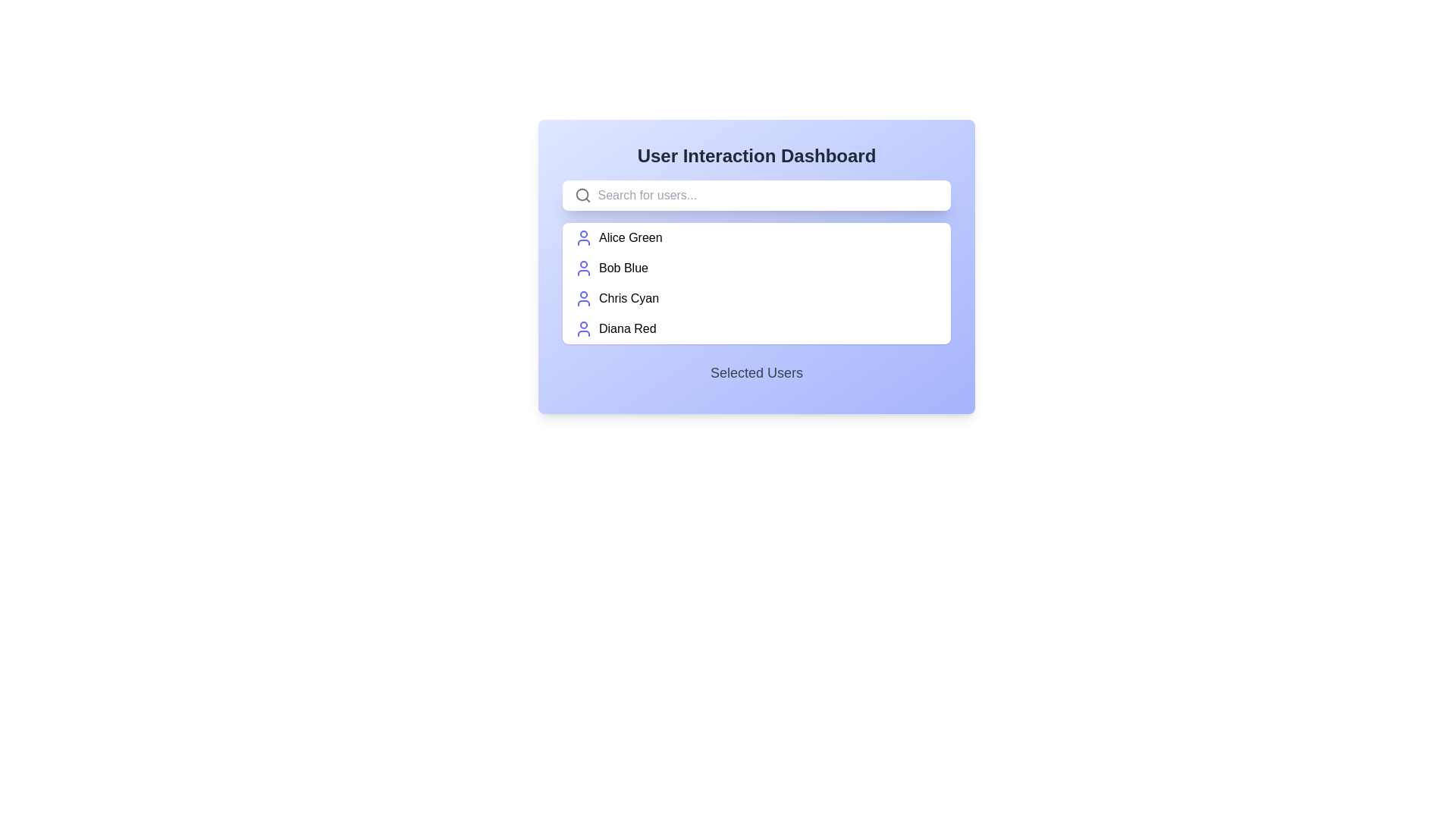 This screenshot has height=819, width=1456. I want to click on the text label that serves as a section title for selected users, located at the bottom of the card UI component, so click(757, 375).